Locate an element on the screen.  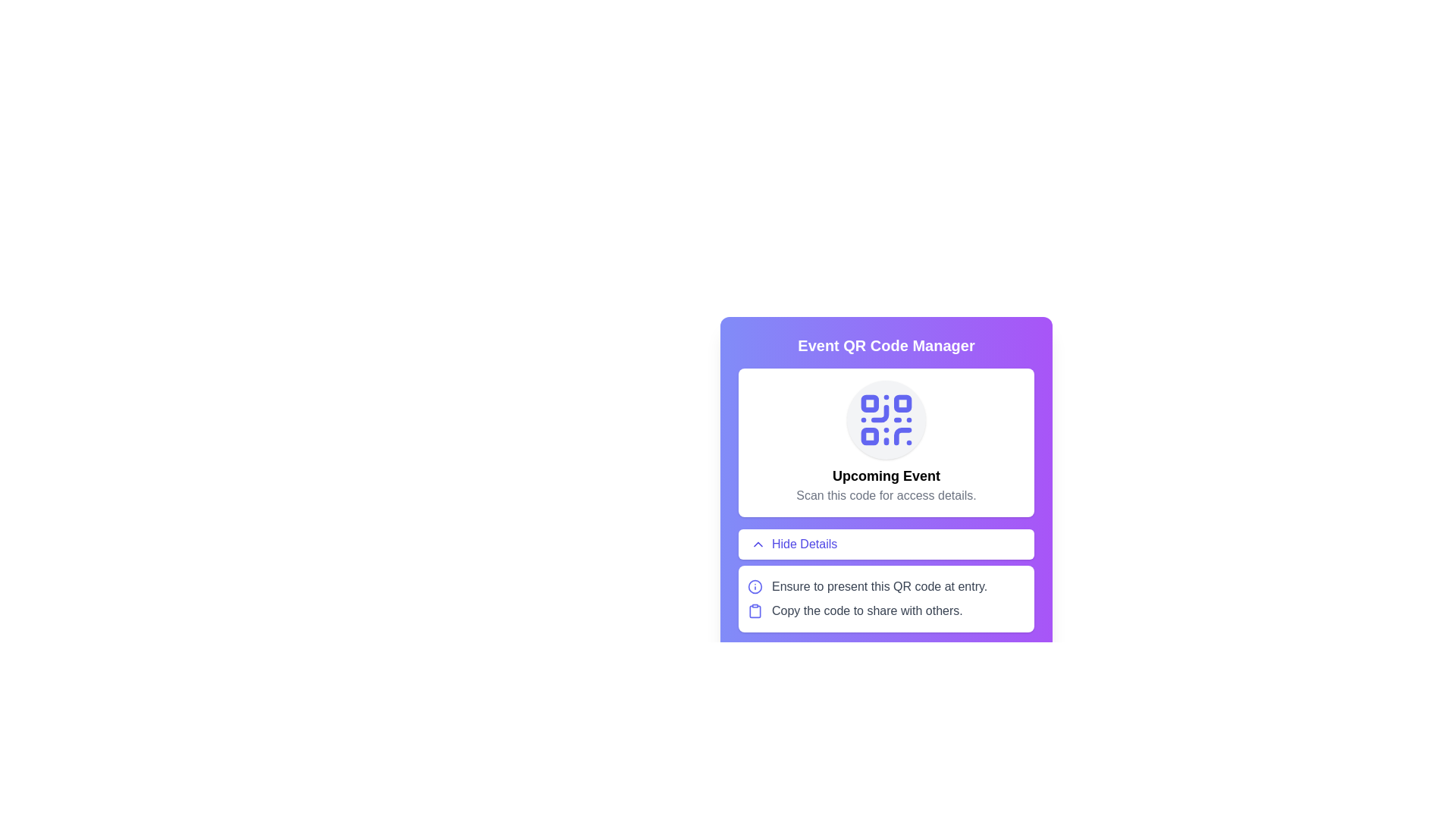
text from the Text Block that contains 'Upcoming Event' and 'Scan this code for access details.' is located at coordinates (886, 485).